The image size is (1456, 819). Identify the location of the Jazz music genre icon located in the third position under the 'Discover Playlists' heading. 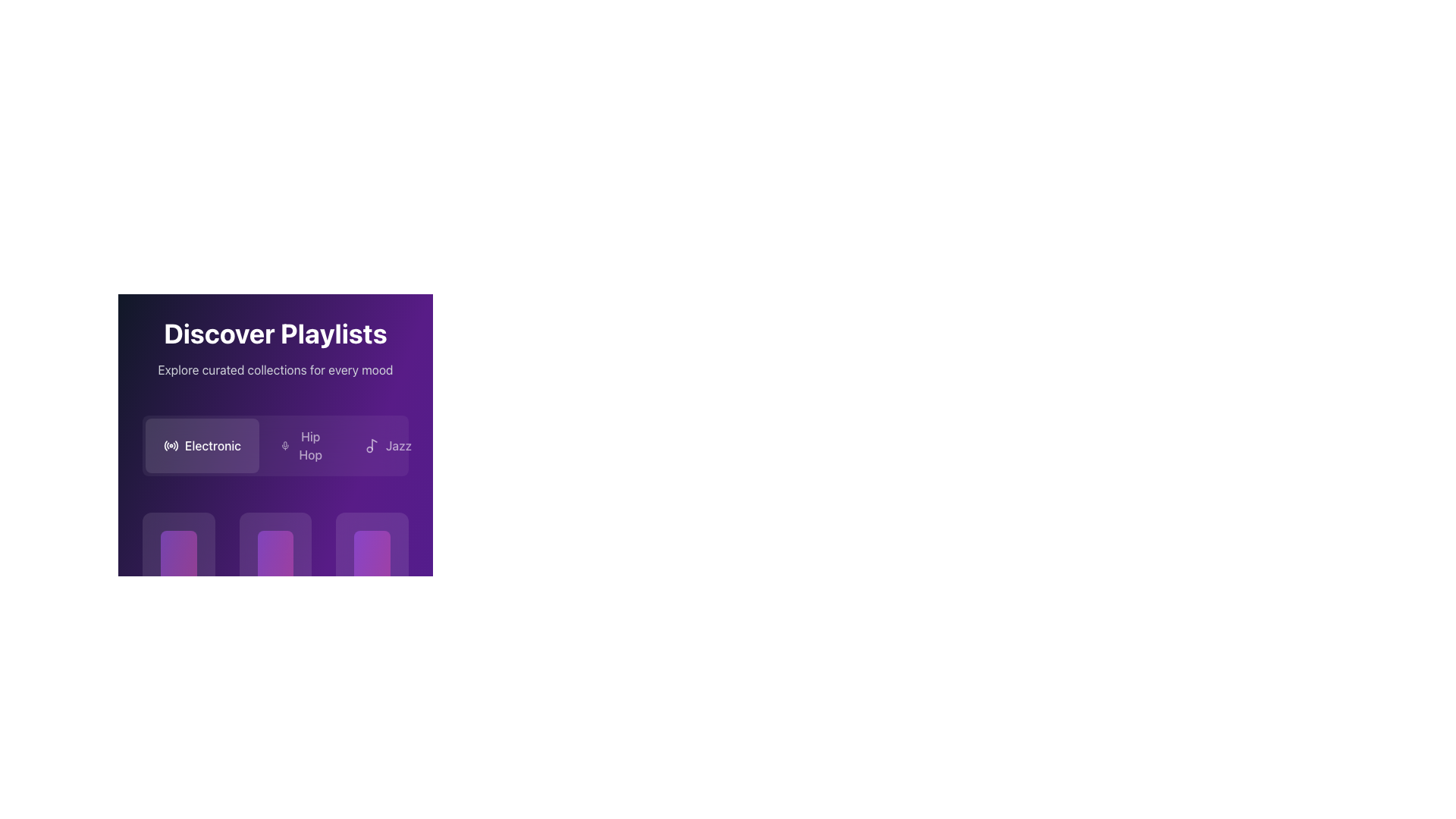
(372, 444).